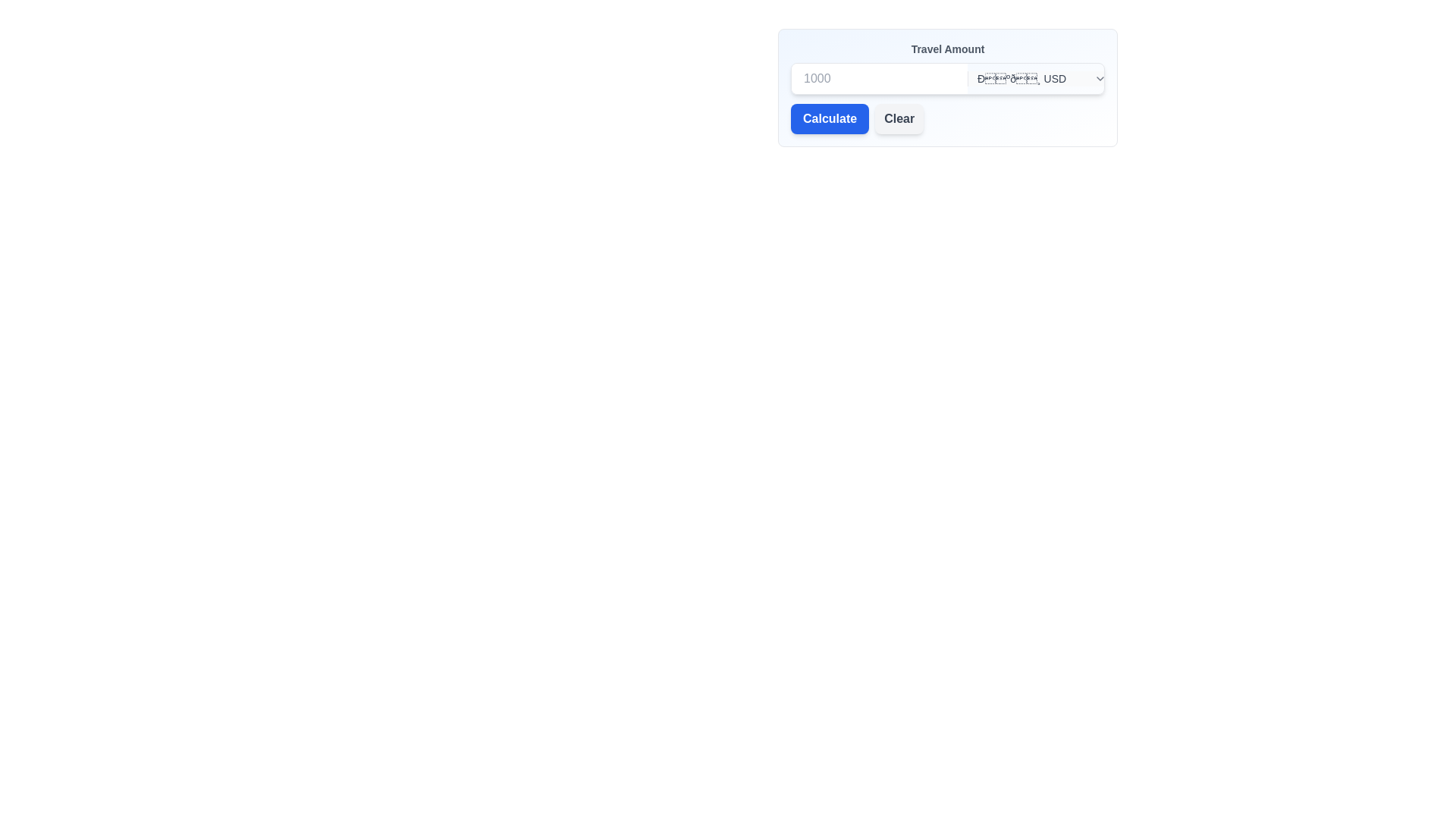 This screenshot has height=819, width=1456. Describe the element at coordinates (1033, 79) in the screenshot. I see `an option from the expanded list of the currency dropdown menu located in the top-right portion of the interface within the 'Travel Amount' form` at that location.